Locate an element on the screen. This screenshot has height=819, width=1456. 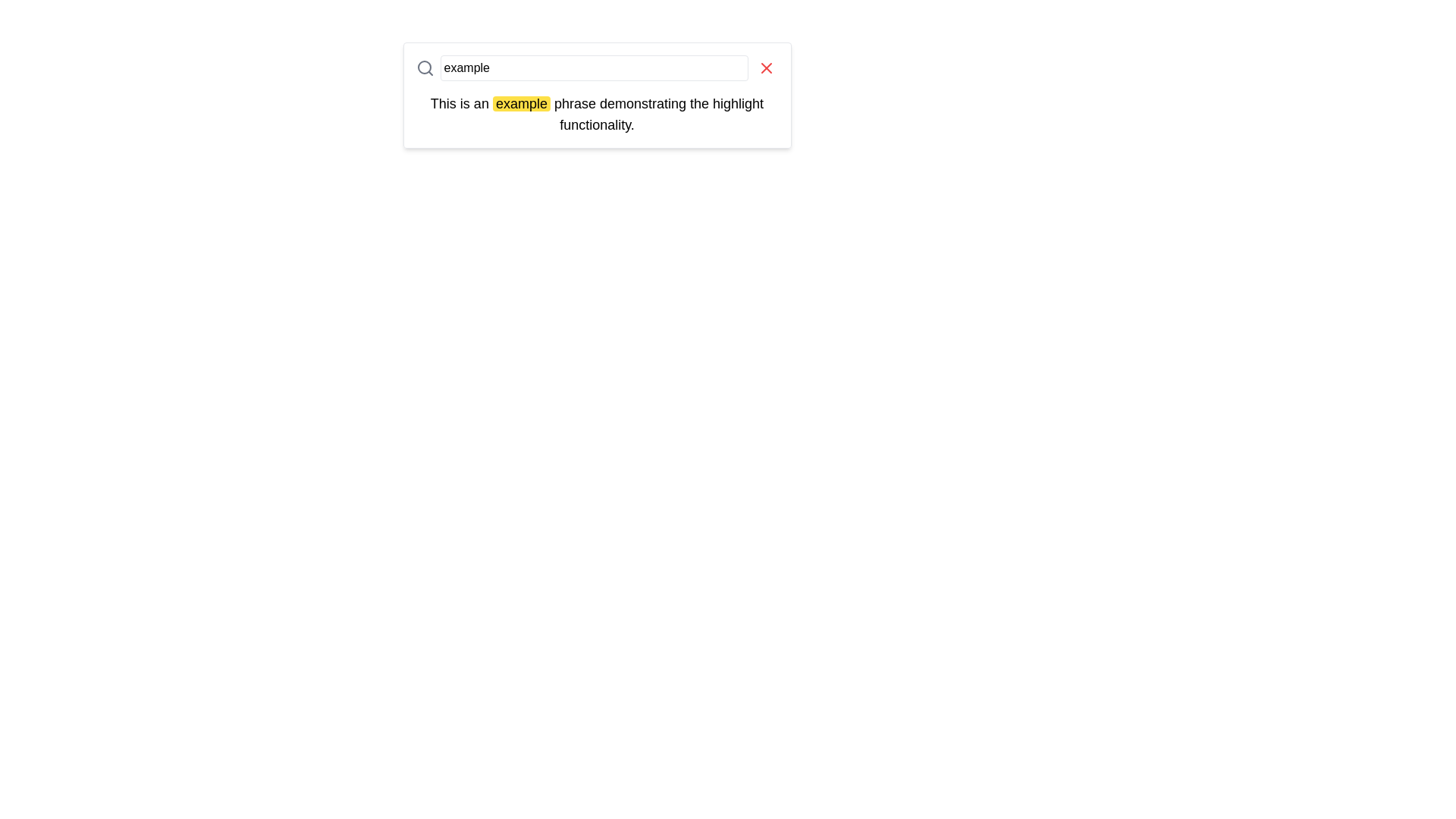
the clear icon (SVG graphics of a cross symbol) located in the upper-right corner of the white search bar is located at coordinates (766, 67).